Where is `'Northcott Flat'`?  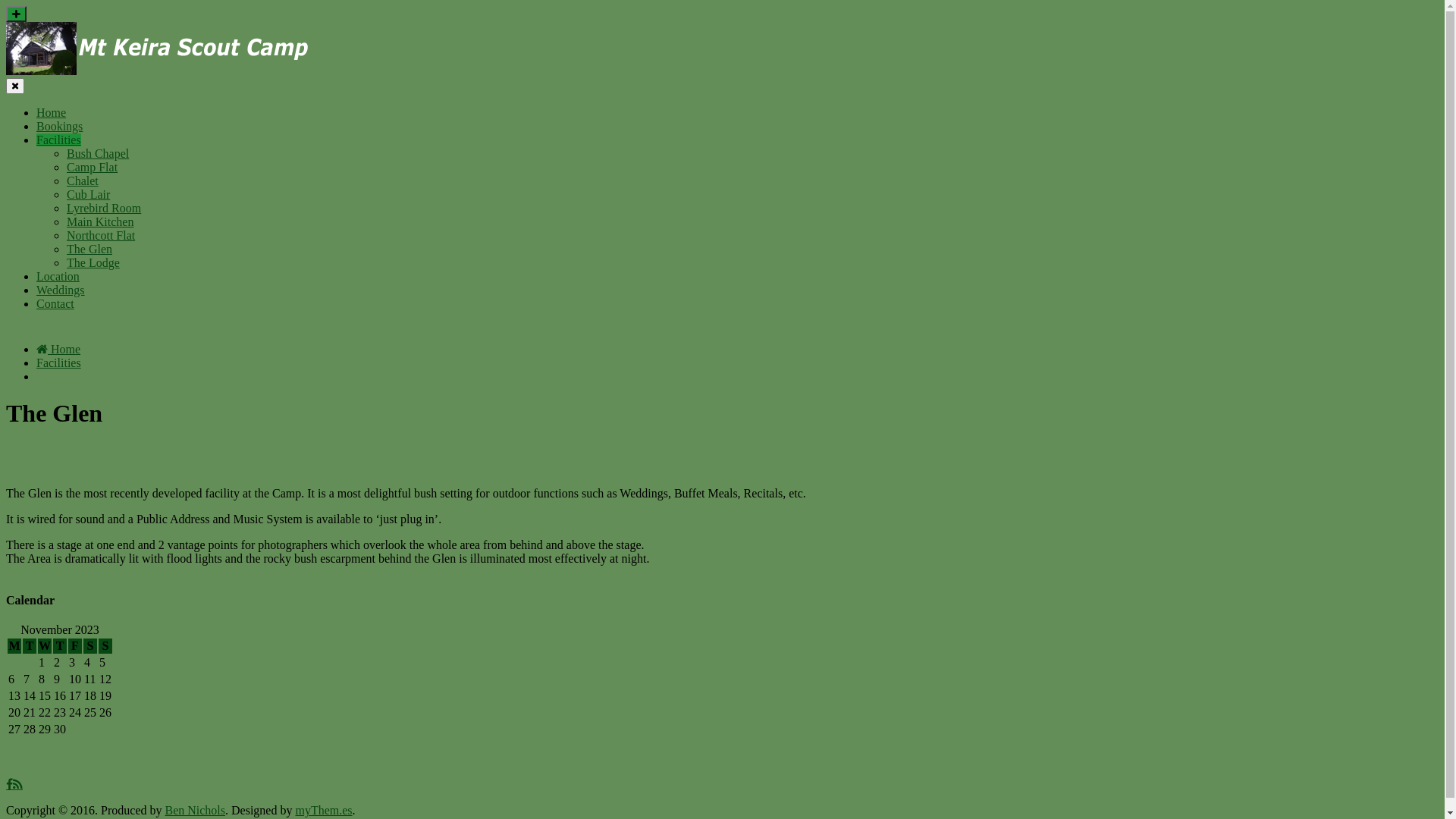 'Northcott Flat' is located at coordinates (100, 235).